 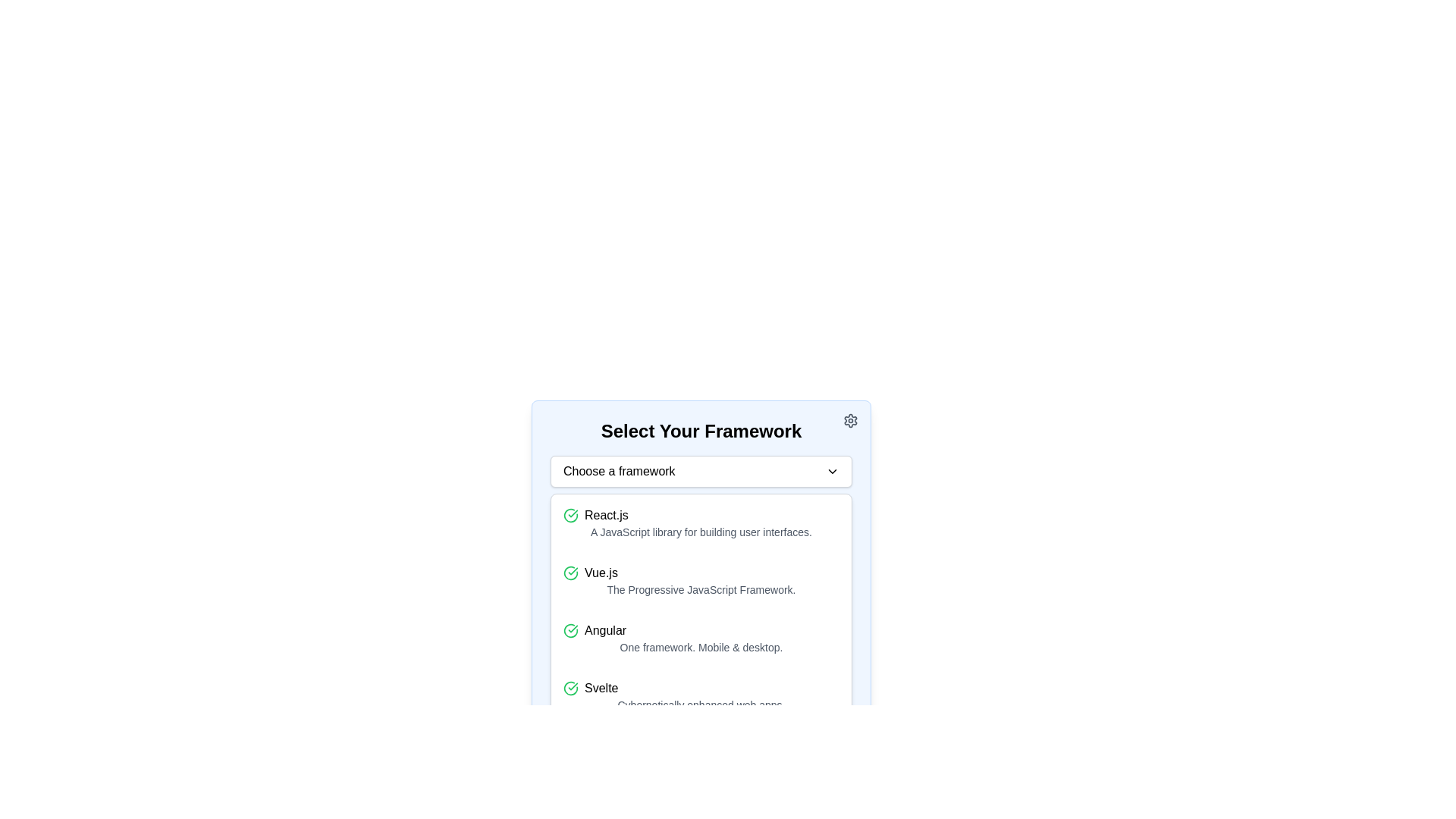 What do you see at coordinates (570, 631) in the screenshot?
I see `the circular green icon with a checkmark that precedes the 'Angular' label in the 'Select Your Framework' list` at bounding box center [570, 631].